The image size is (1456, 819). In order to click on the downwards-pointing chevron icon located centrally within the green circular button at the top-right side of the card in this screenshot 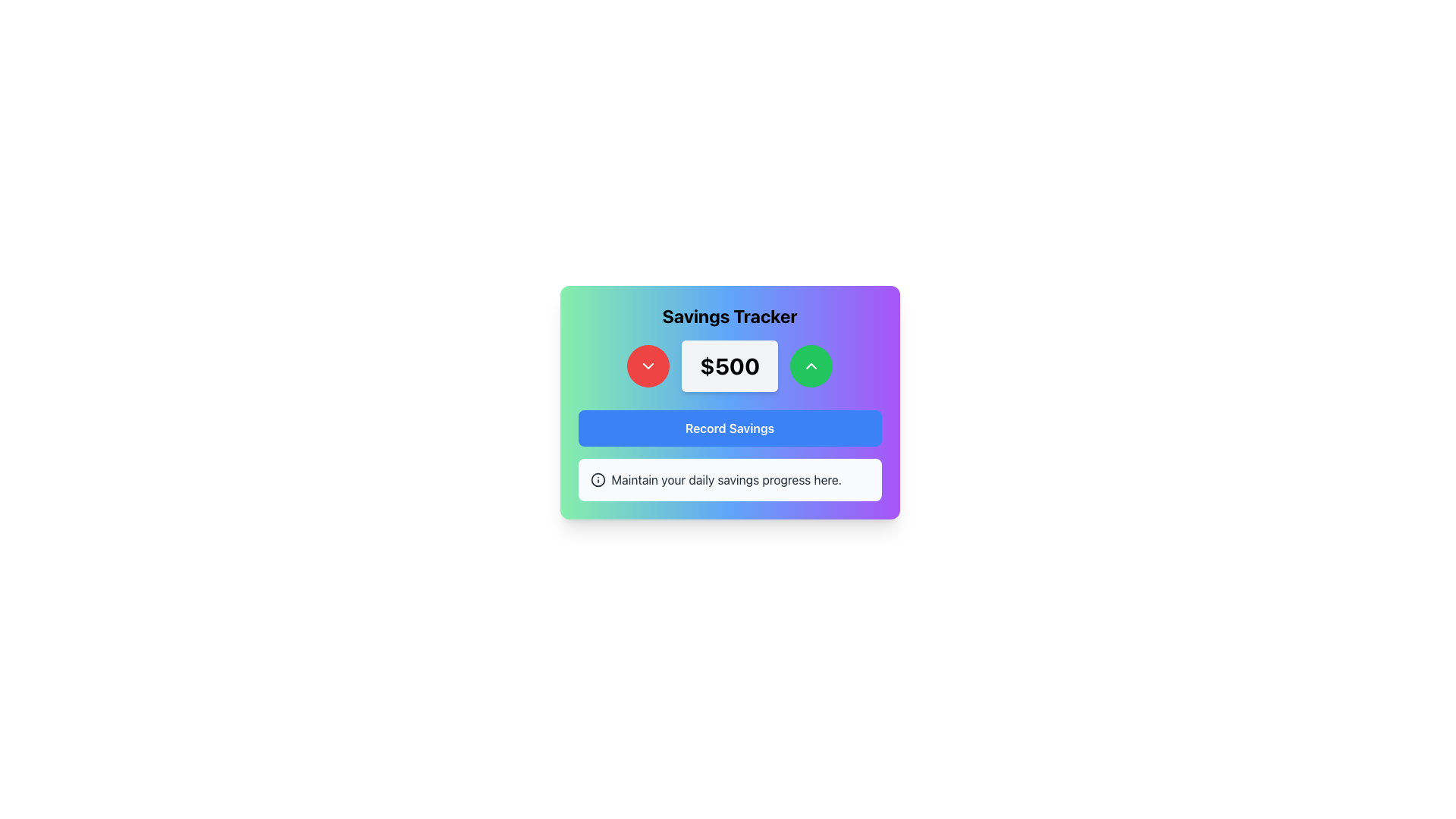, I will do `click(648, 366)`.